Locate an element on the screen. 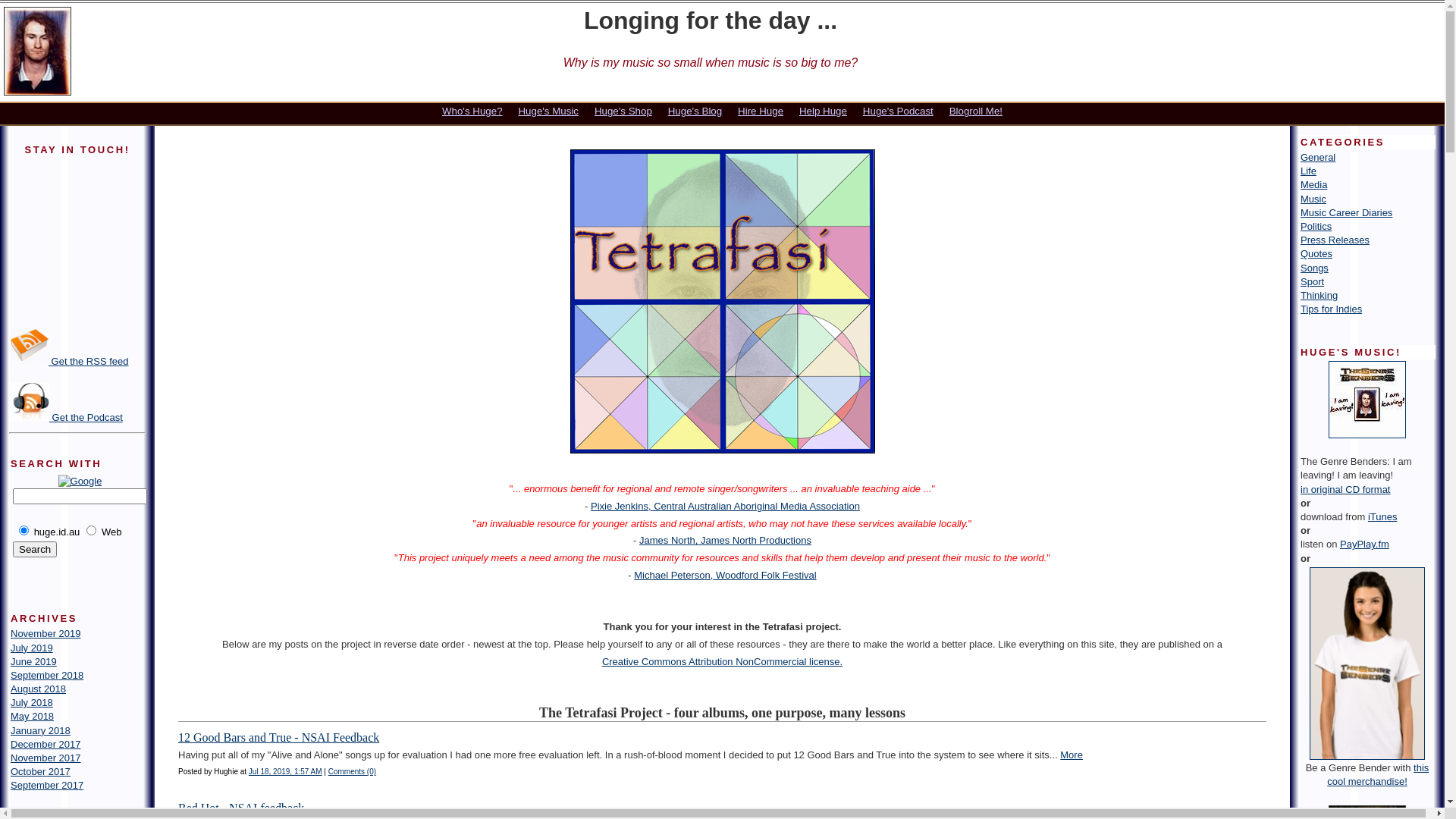 This screenshot has width=1456, height=819. 'May 2018' is located at coordinates (11, 716).